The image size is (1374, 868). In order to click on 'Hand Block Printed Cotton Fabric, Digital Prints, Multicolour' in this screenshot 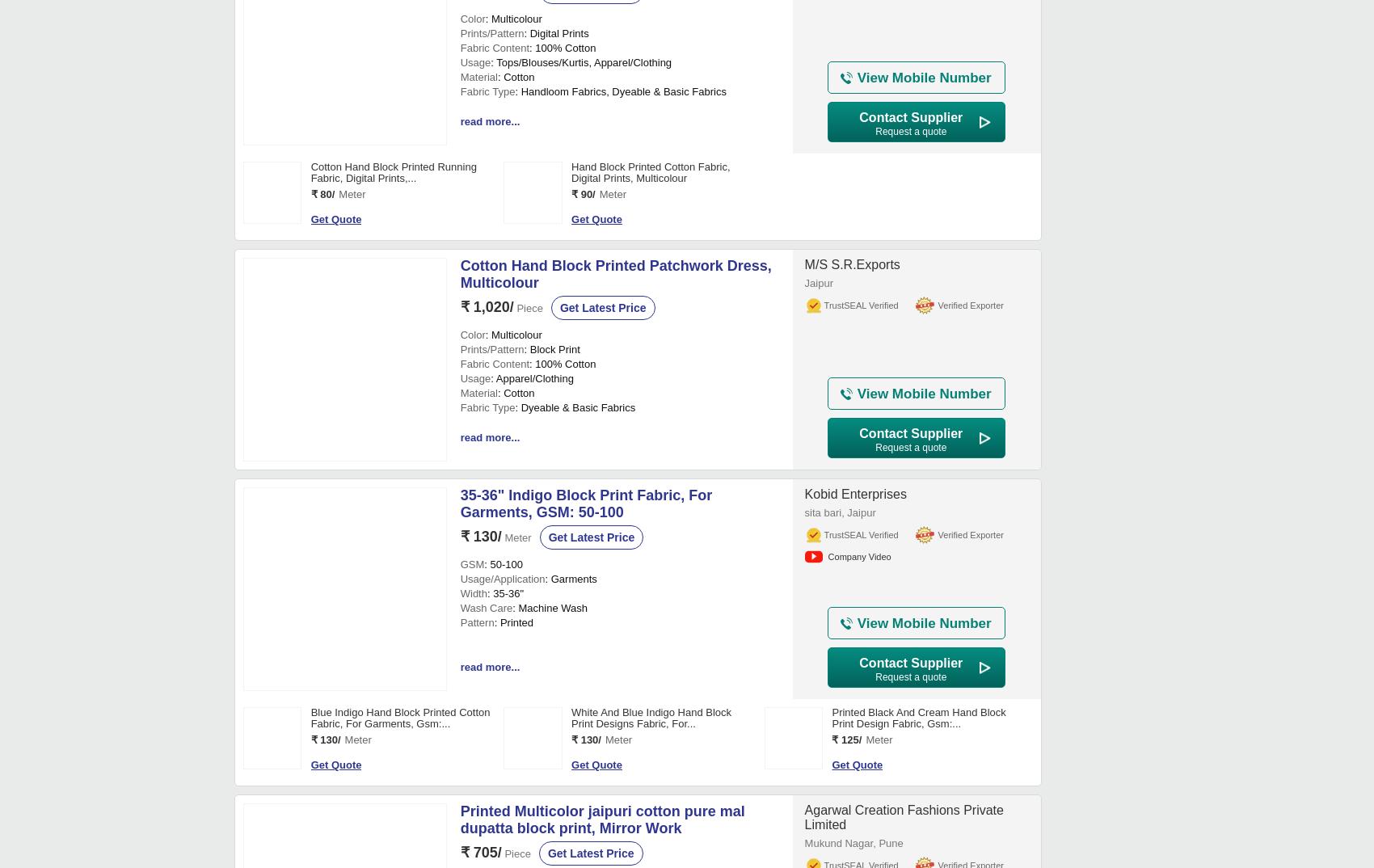, I will do `click(649, 668)`.